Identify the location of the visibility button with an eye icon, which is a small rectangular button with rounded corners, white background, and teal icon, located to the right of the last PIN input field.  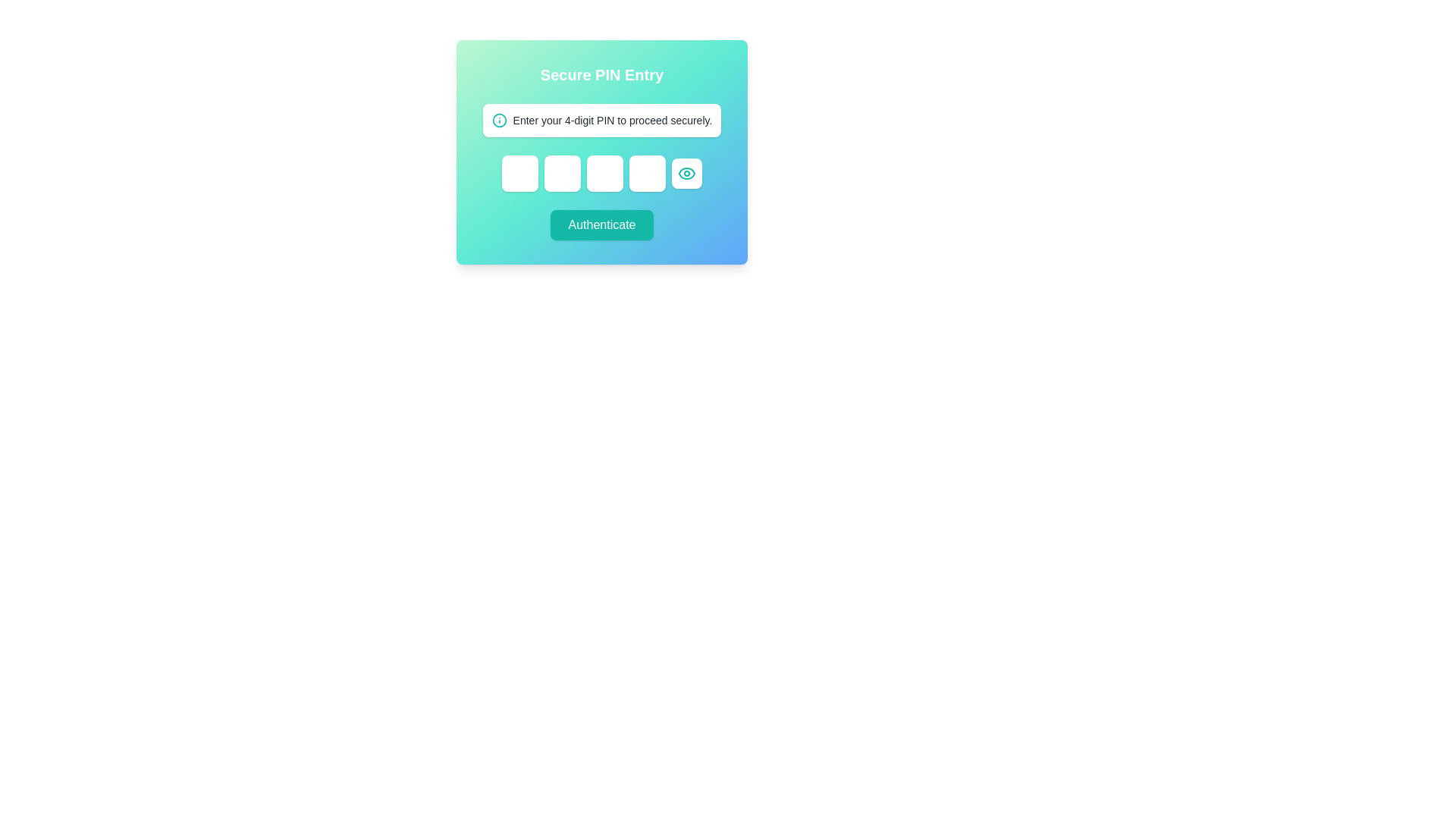
(686, 172).